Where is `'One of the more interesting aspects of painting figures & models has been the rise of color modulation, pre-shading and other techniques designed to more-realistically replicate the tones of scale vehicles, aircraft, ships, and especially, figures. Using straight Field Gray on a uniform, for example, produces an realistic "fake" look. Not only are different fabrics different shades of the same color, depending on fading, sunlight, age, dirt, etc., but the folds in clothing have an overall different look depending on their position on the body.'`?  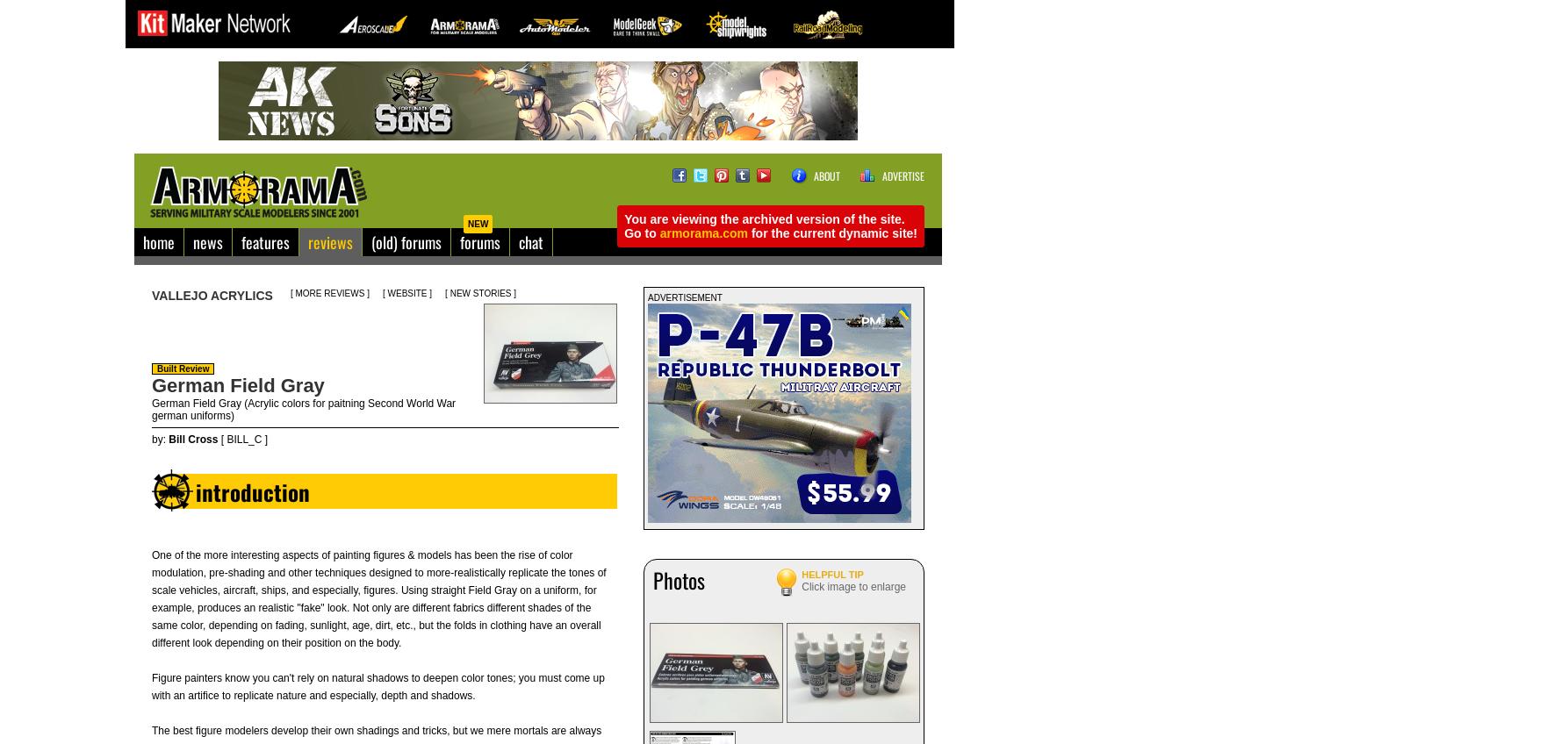
'One of the more interesting aspects of painting figures & models has been the rise of color modulation, pre-shading and other techniques designed to more-realistically replicate the tones of scale vehicles, aircraft, ships, and especially, figures. Using straight Field Gray on a uniform, for example, produces an realistic "fake" look. Not only are different fabrics different shades of the same color, depending on fading, sunlight, age, dirt, etc., but the folds in clothing have an overall different look depending on their position on the body.' is located at coordinates (378, 597).